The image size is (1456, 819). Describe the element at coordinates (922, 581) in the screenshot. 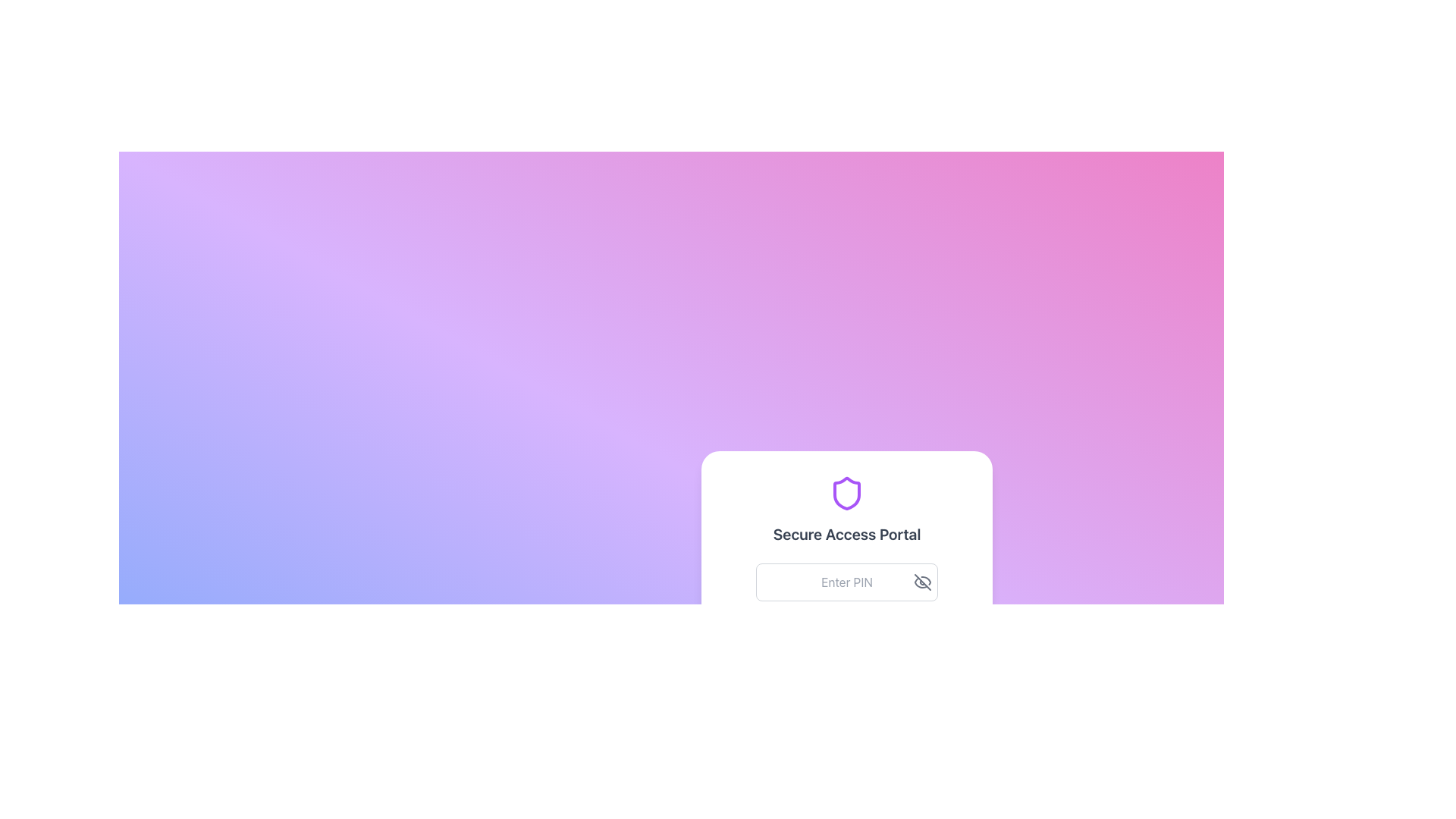

I see `the visibility toggle button represented by an eye icon with a slash through it, which is styled in gray and positioned to the right of the PIN input field` at that location.